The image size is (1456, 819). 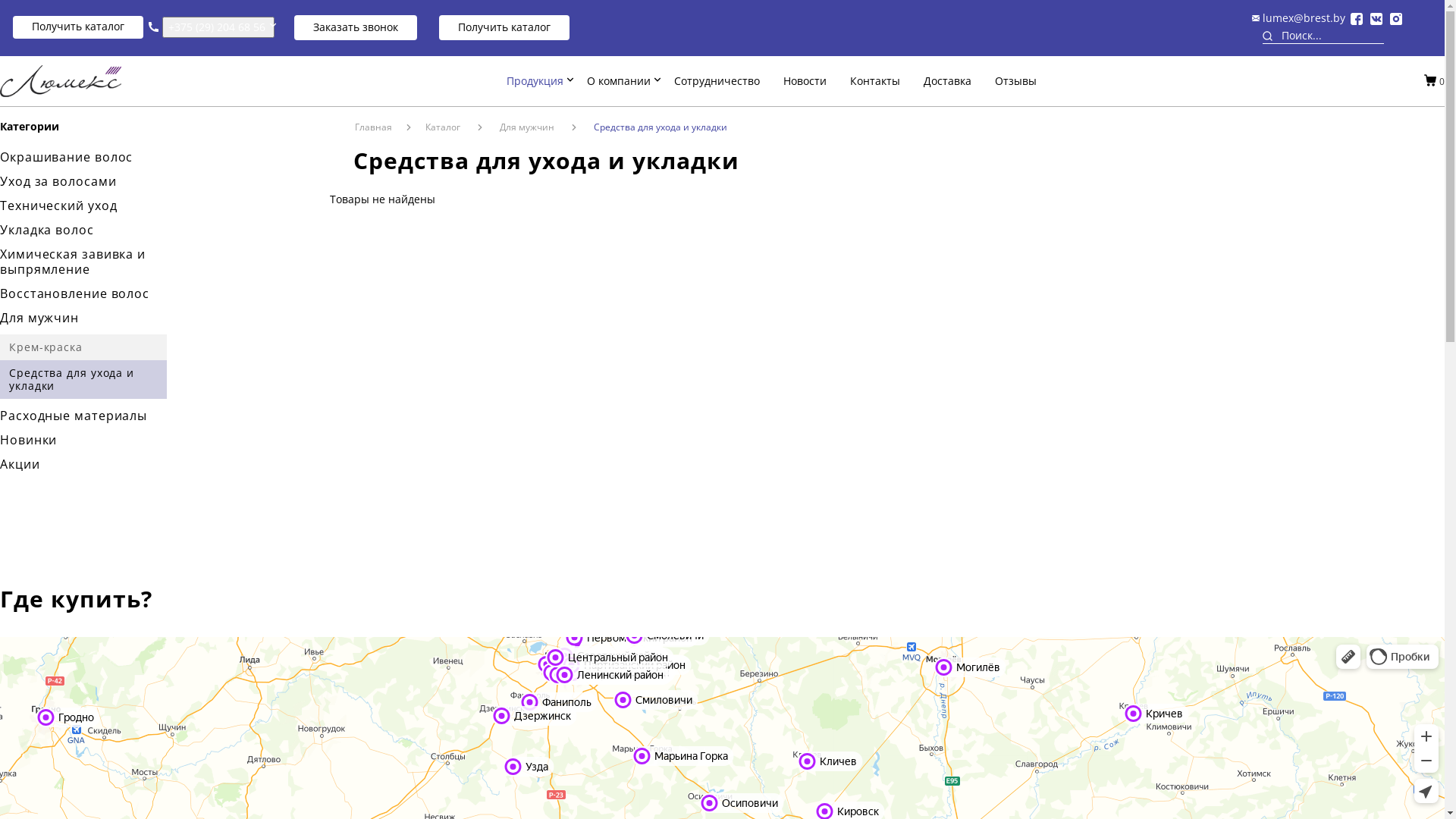 What do you see at coordinates (218, 27) in the screenshot?
I see `'+375 (29) 204 68 56'` at bounding box center [218, 27].